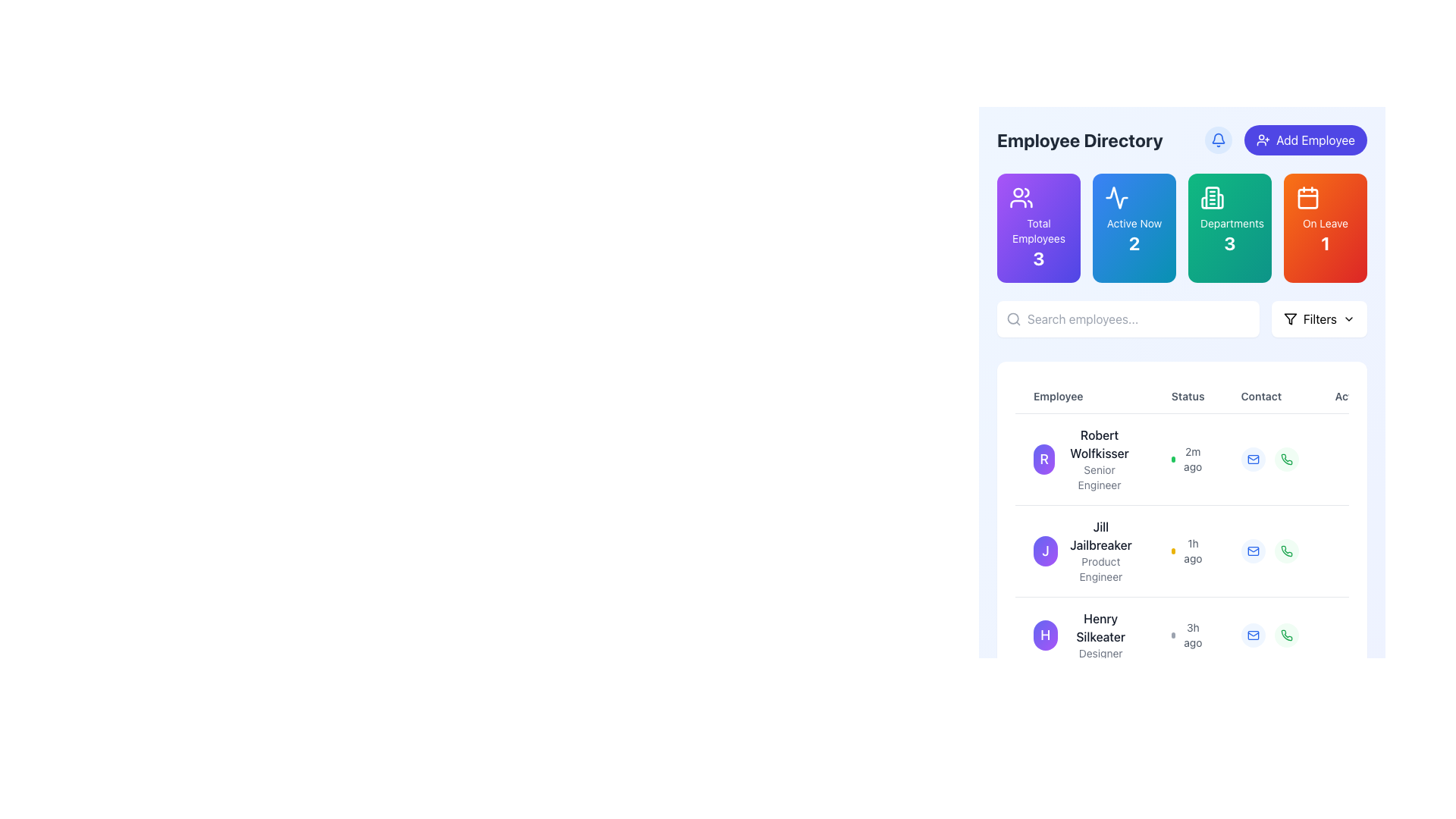 This screenshot has width=1456, height=819. What do you see at coordinates (1211, 197) in the screenshot?
I see `the 'Departments' icon located within the green 'Departments' card, positioned third from left among four cards below the 'Employee Directory' title` at bounding box center [1211, 197].